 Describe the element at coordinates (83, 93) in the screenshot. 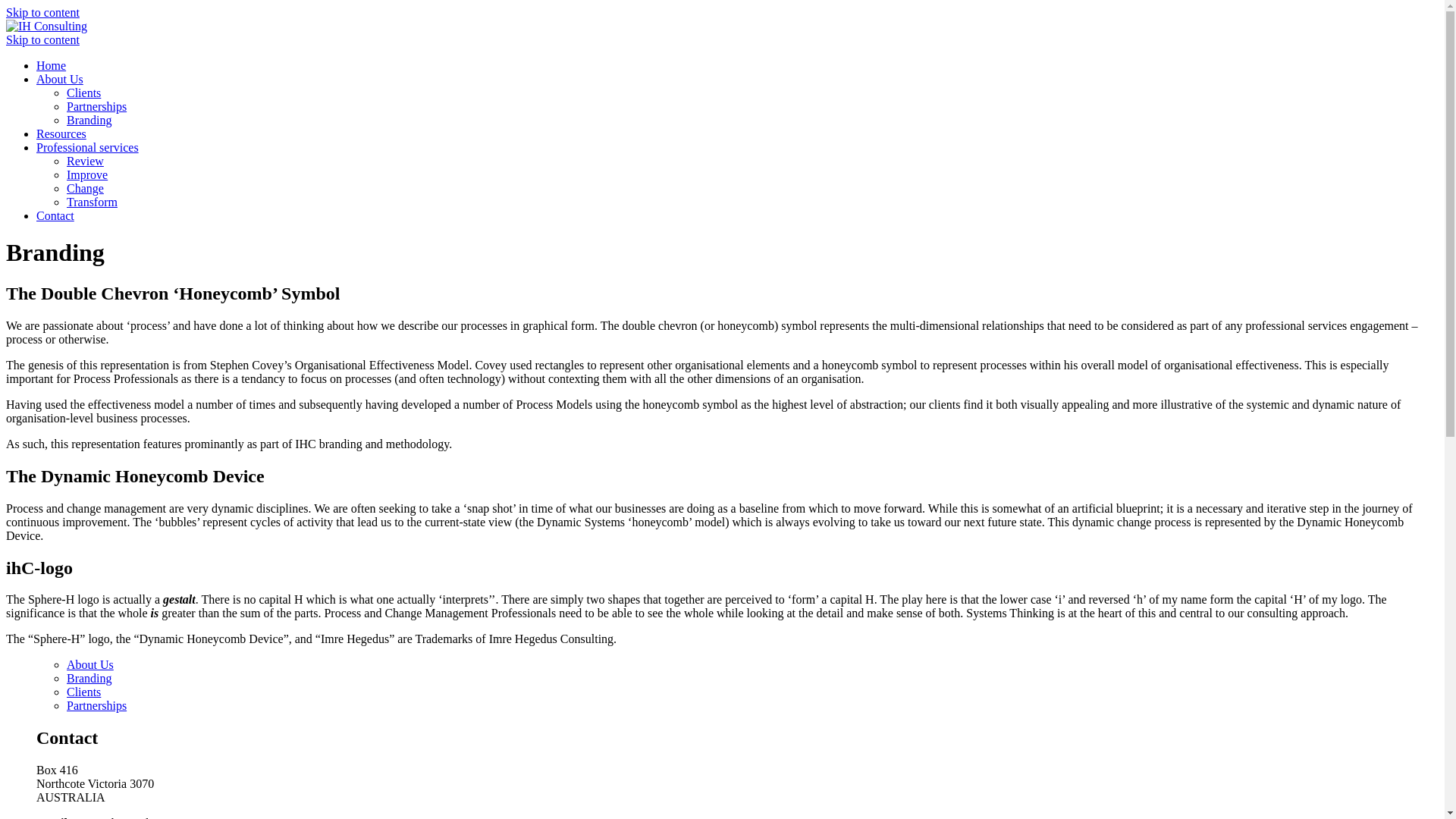

I see `'Clients'` at that location.